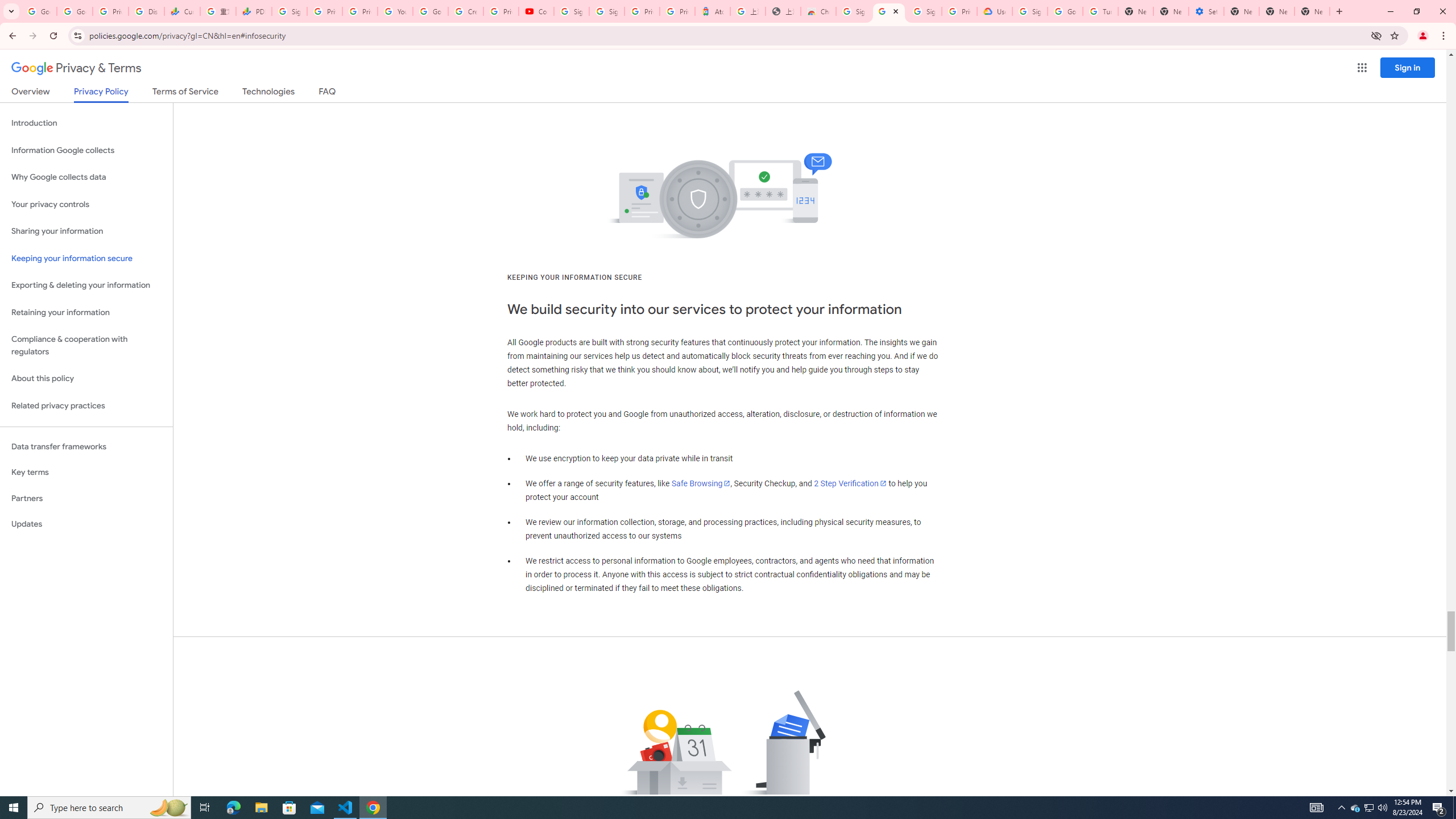  I want to click on '2 Step Verification', so click(850, 483).